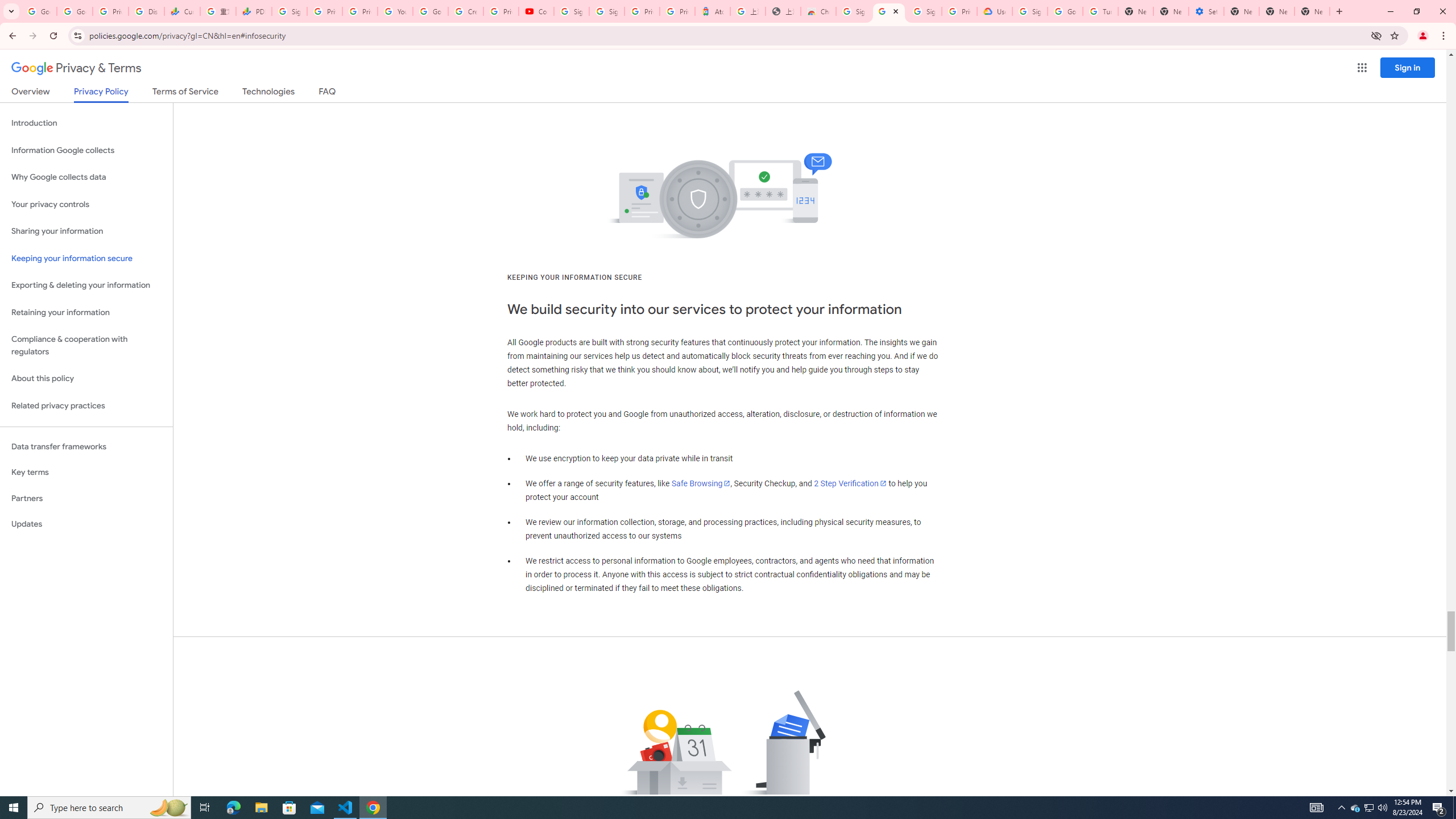  I want to click on '2 Step Verification', so click(850, 483).